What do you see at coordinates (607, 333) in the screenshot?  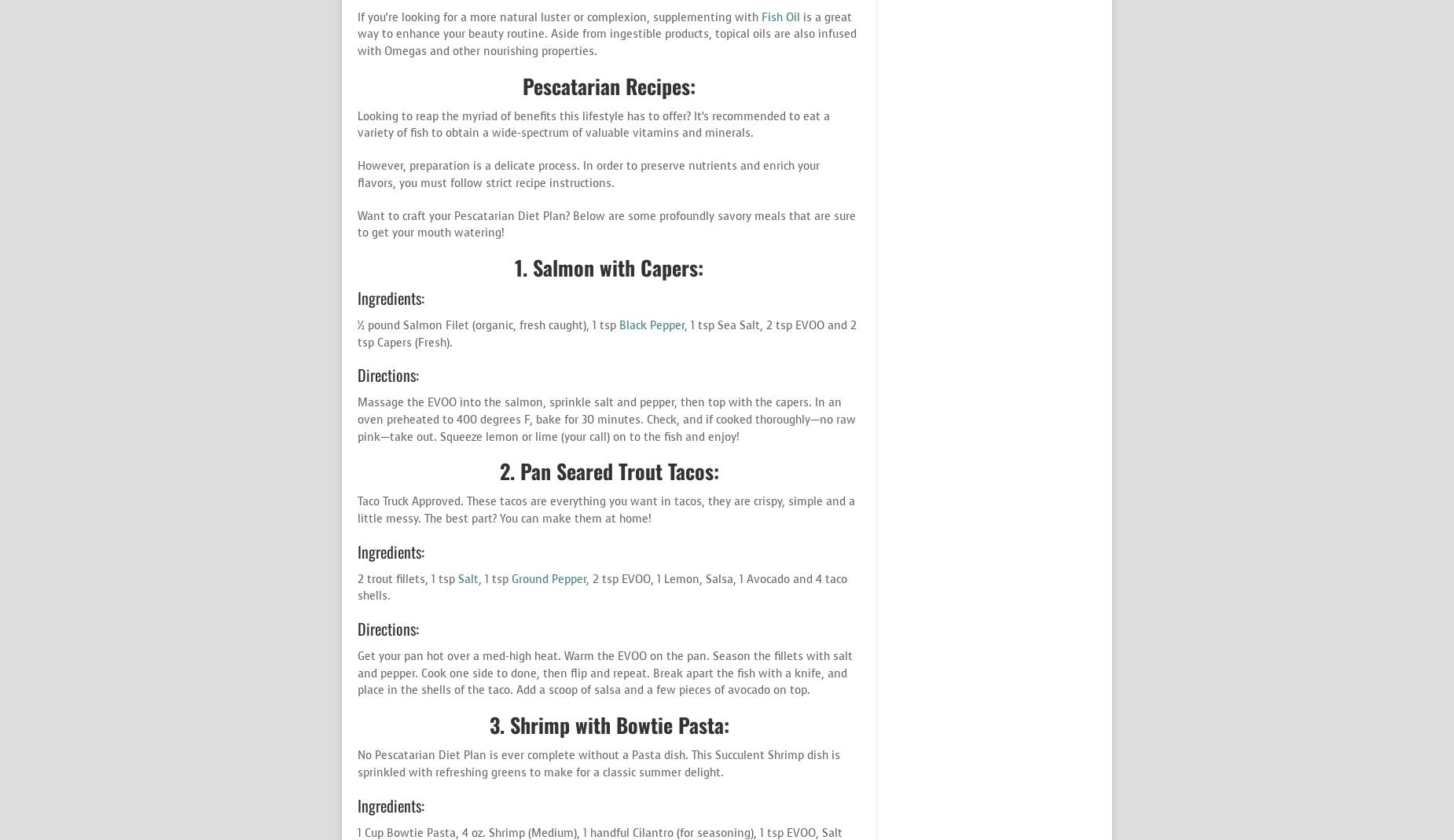 I see `'1 tsp Sea Salt, 2 tsp EVOO and 2 tsp Capers (Fresh).'` at bounding box center [607, 333].